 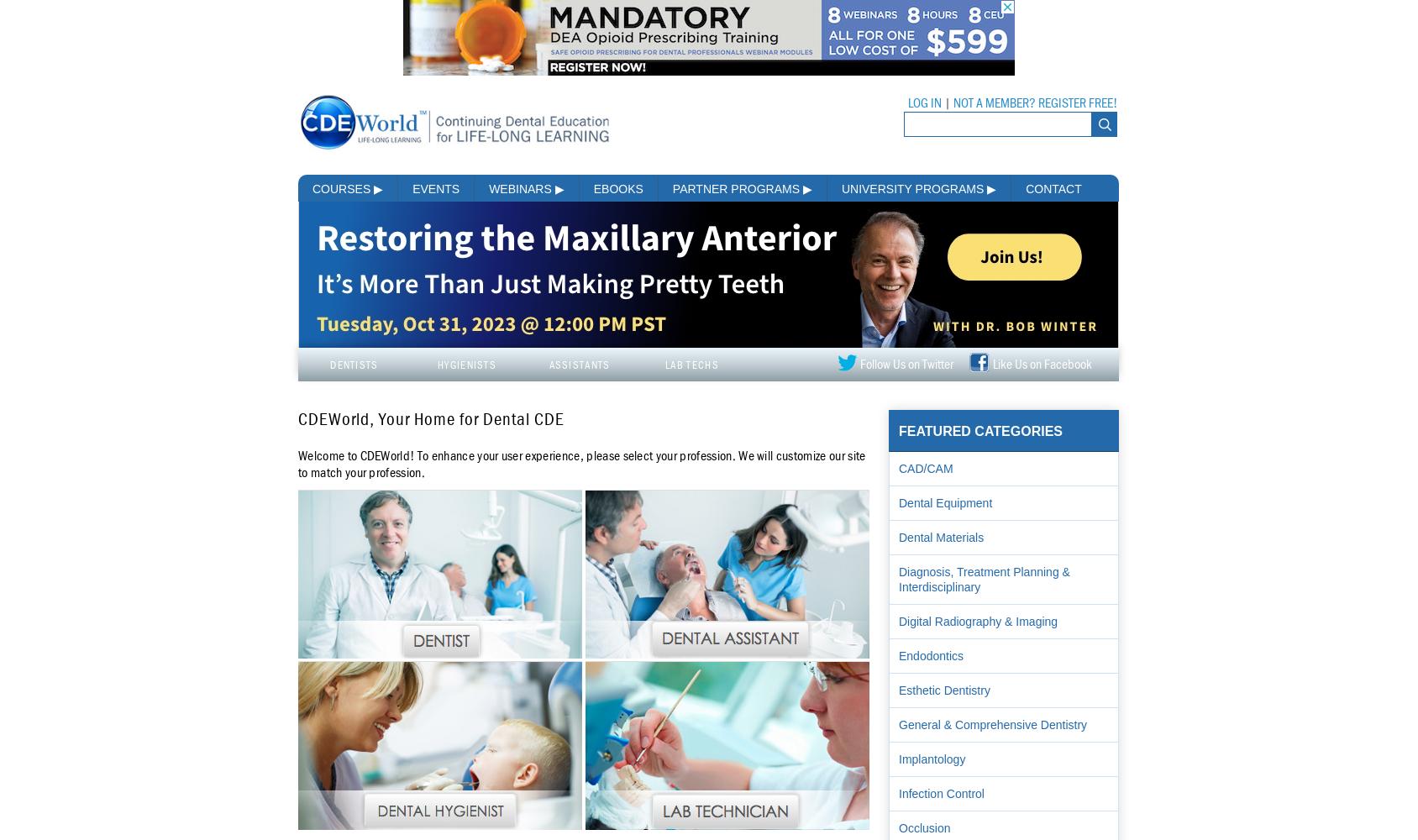 What do you see at coordinates (906, 365) in the screenshot?
I see `'Follow Us on Twitter'` at bounding box center [906, 365].